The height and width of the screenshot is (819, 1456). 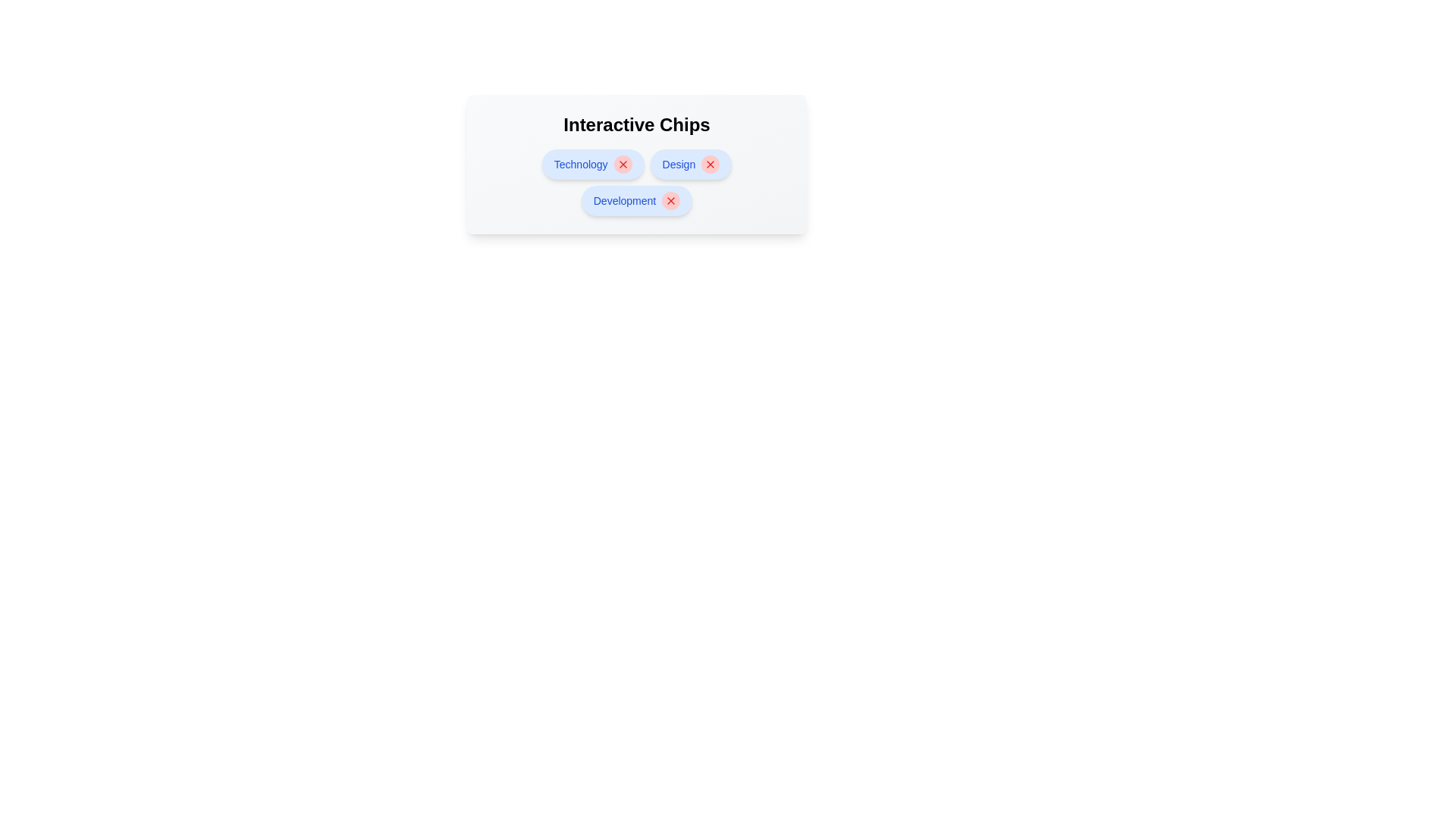 What do you see at coordinates (690, 164) in the screenshot?
I see `the chip labeled 'Design' to view its hover effect` at bounding box center [690, 164].